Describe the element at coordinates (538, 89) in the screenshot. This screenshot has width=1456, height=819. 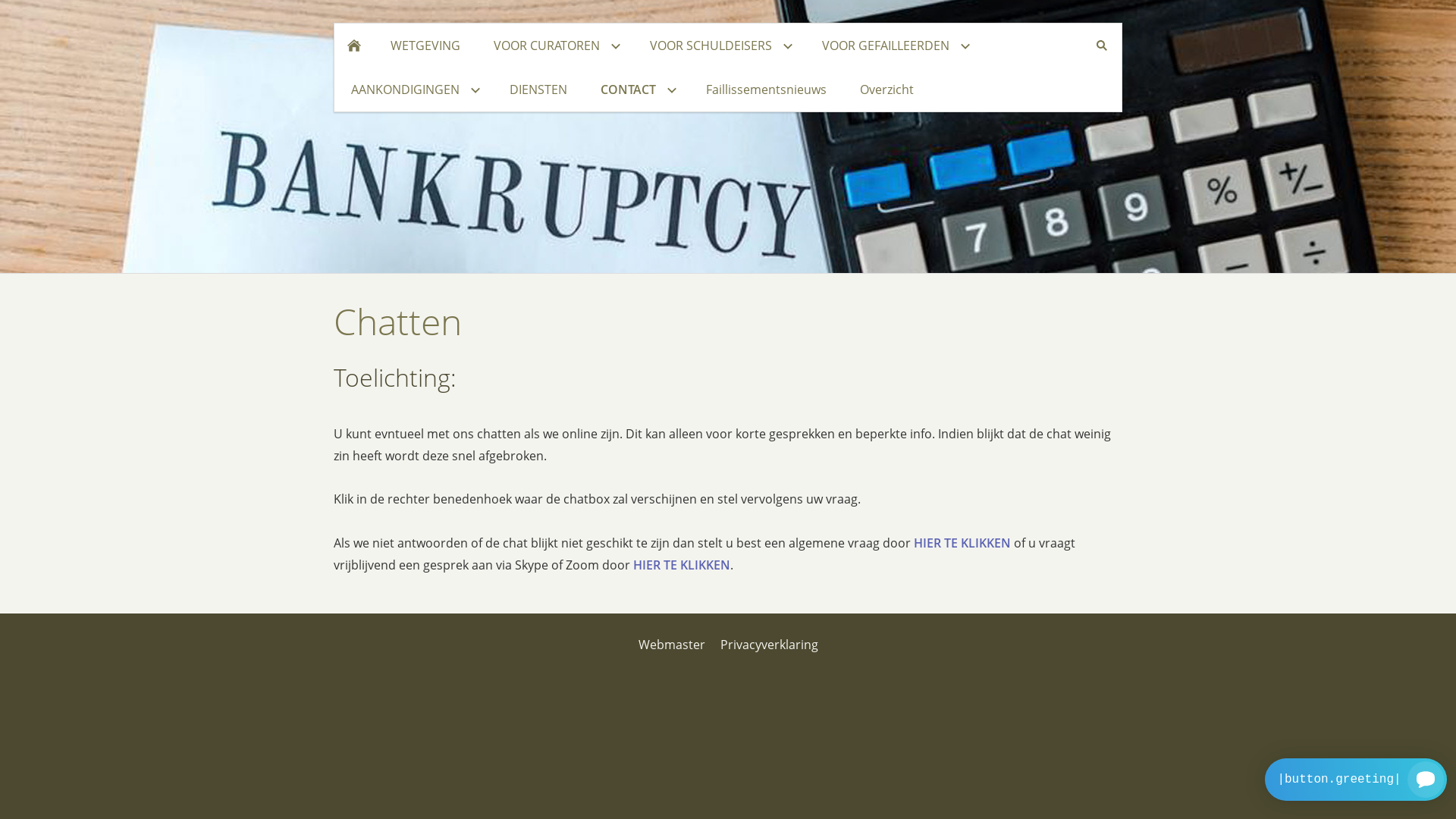
I see `'DIENSTEN'` at that location.